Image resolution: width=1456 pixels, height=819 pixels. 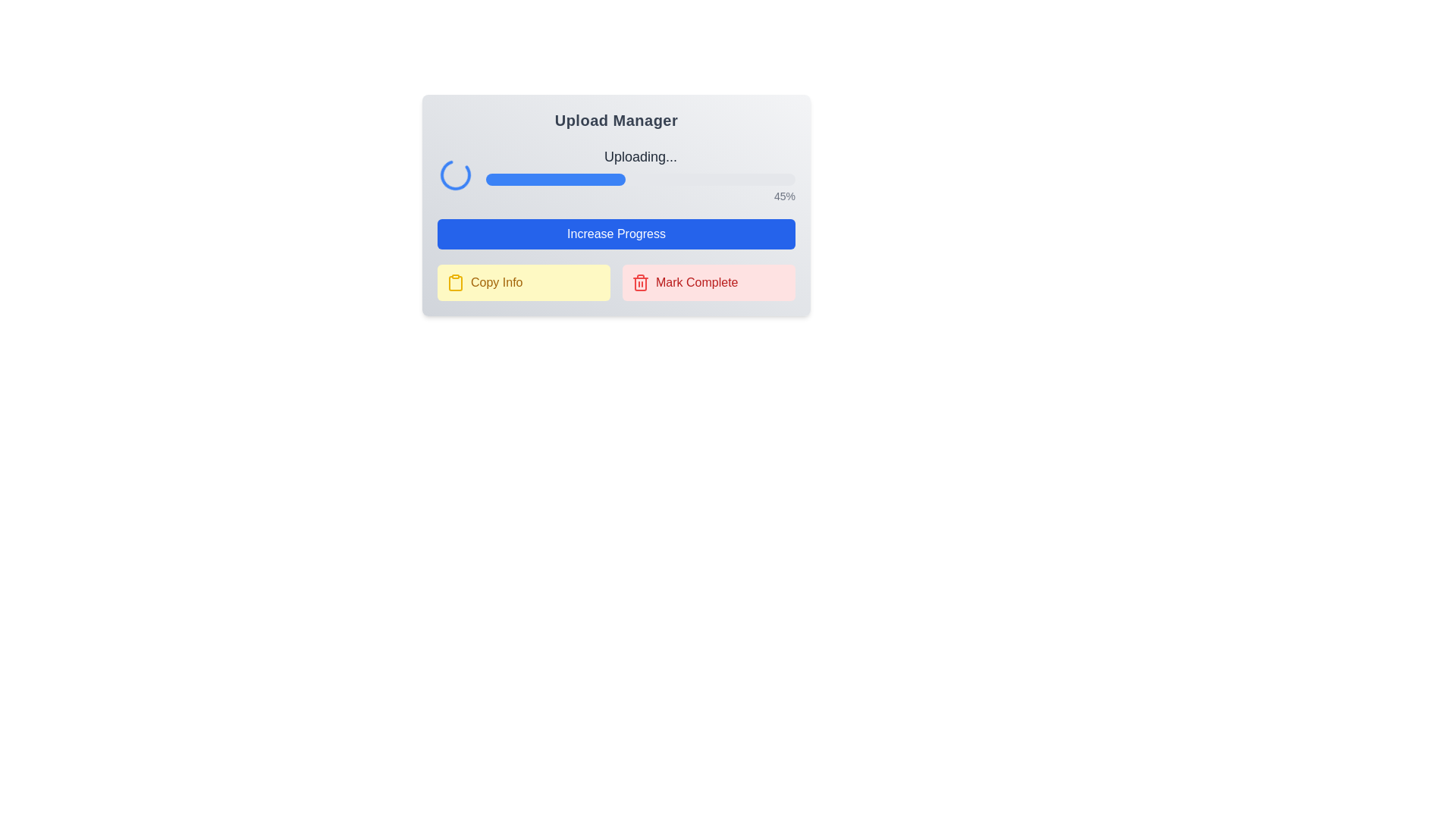 What do you see at coordinates (640, 157) in the screenshot?
I see `the status indicator Text Label that communicates the upload operation in progress, located above the progress bar and percentage text '45%'` at bounding box center [640, 157].